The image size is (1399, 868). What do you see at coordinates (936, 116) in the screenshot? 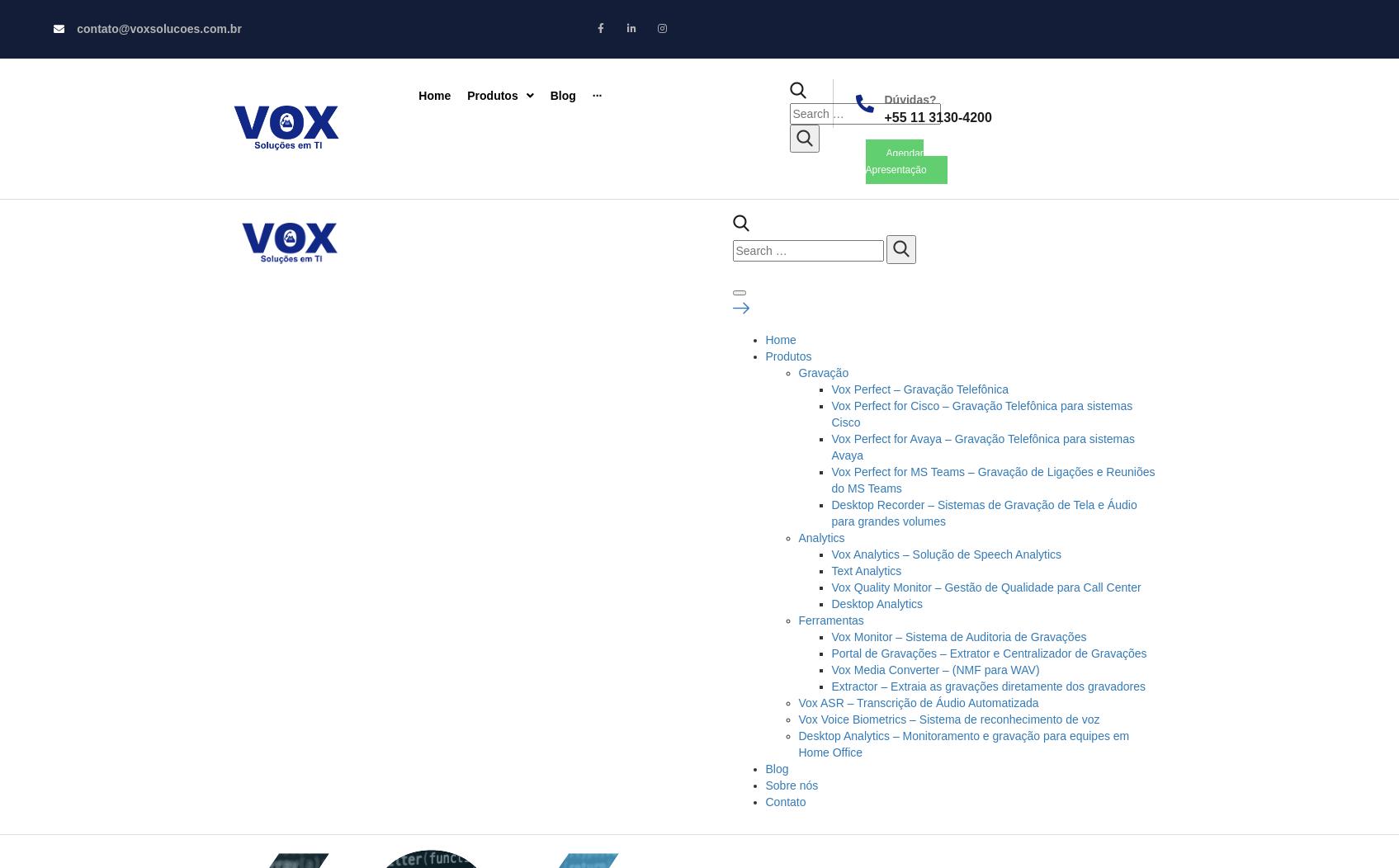
I see `'+55 11 3130-4200'` at bounding box center [936, 116].